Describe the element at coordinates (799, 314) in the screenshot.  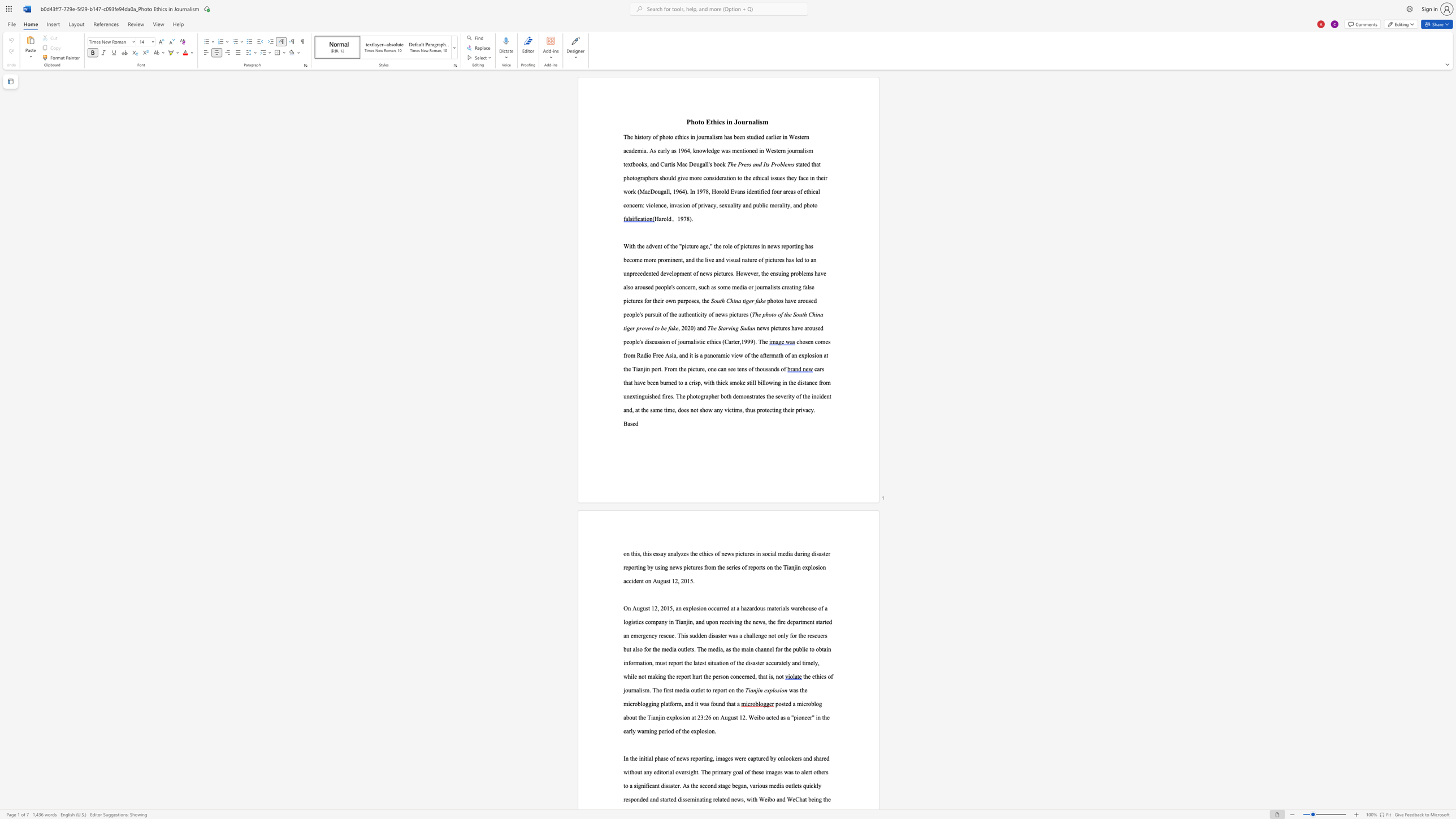
I see `the subset text "uth Chin" within the text "The photo of the South China tiger proved to be fake"` at that location.